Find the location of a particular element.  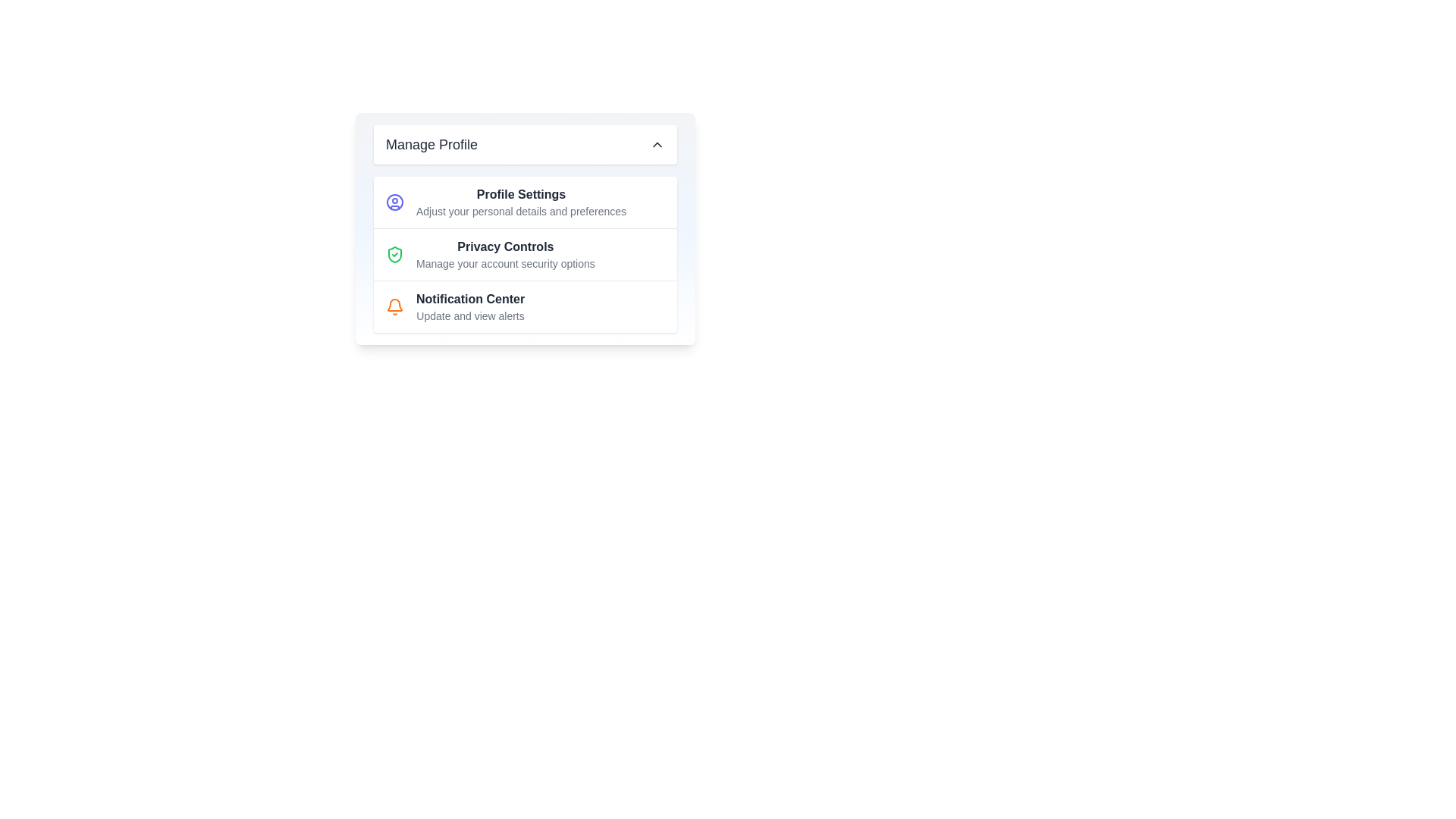

the Text label that serves as a title for adjusting personal details, located above the text 'Adjust your personal details and preferences' under the 'Manage Profile' heading is located at coordinates (521, 194).